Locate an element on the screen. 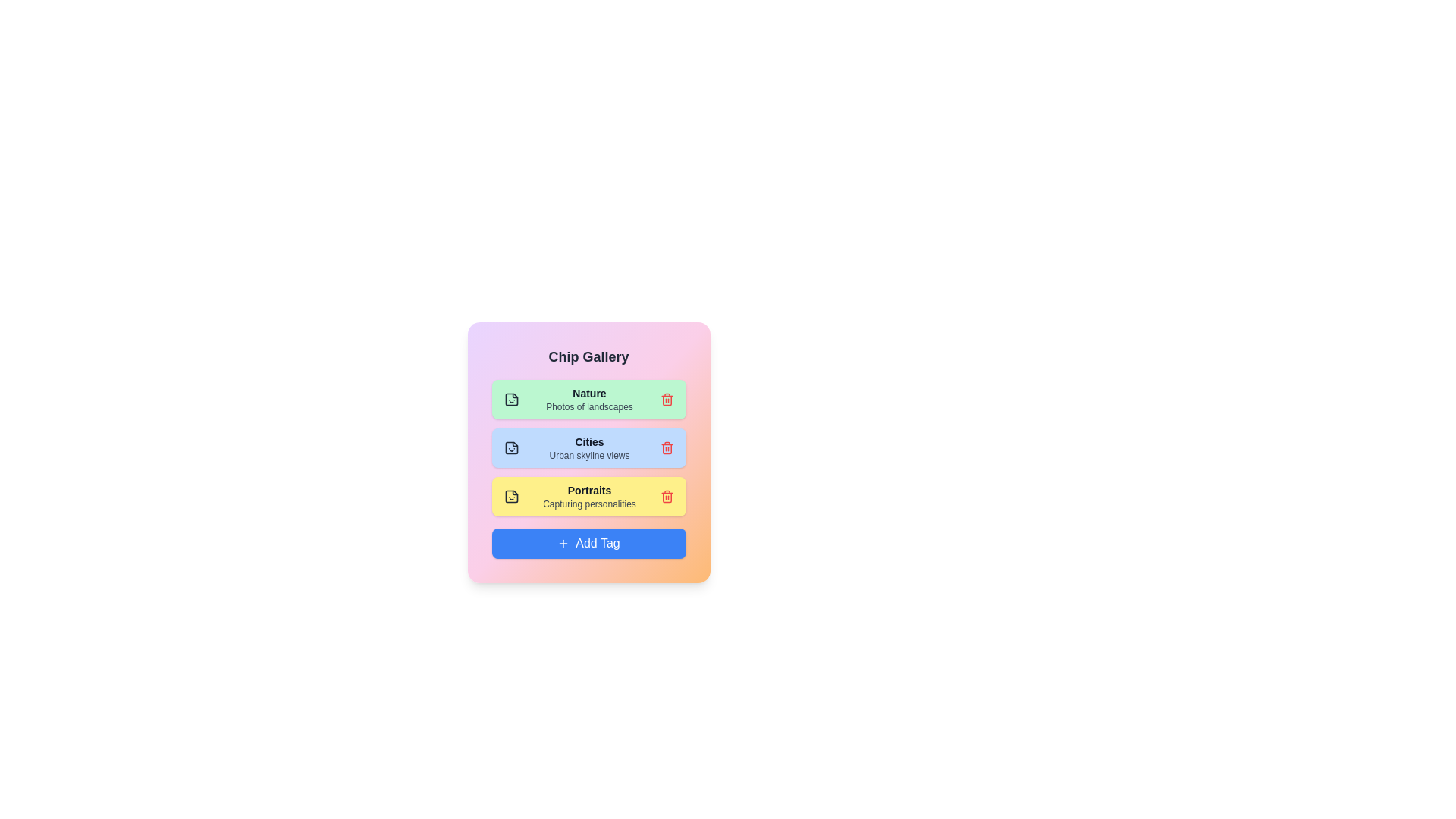 The height and width of the screenshot is (819, 1456). the sticker icon of the tag labeled Nature is located at coordinates (511, 399).